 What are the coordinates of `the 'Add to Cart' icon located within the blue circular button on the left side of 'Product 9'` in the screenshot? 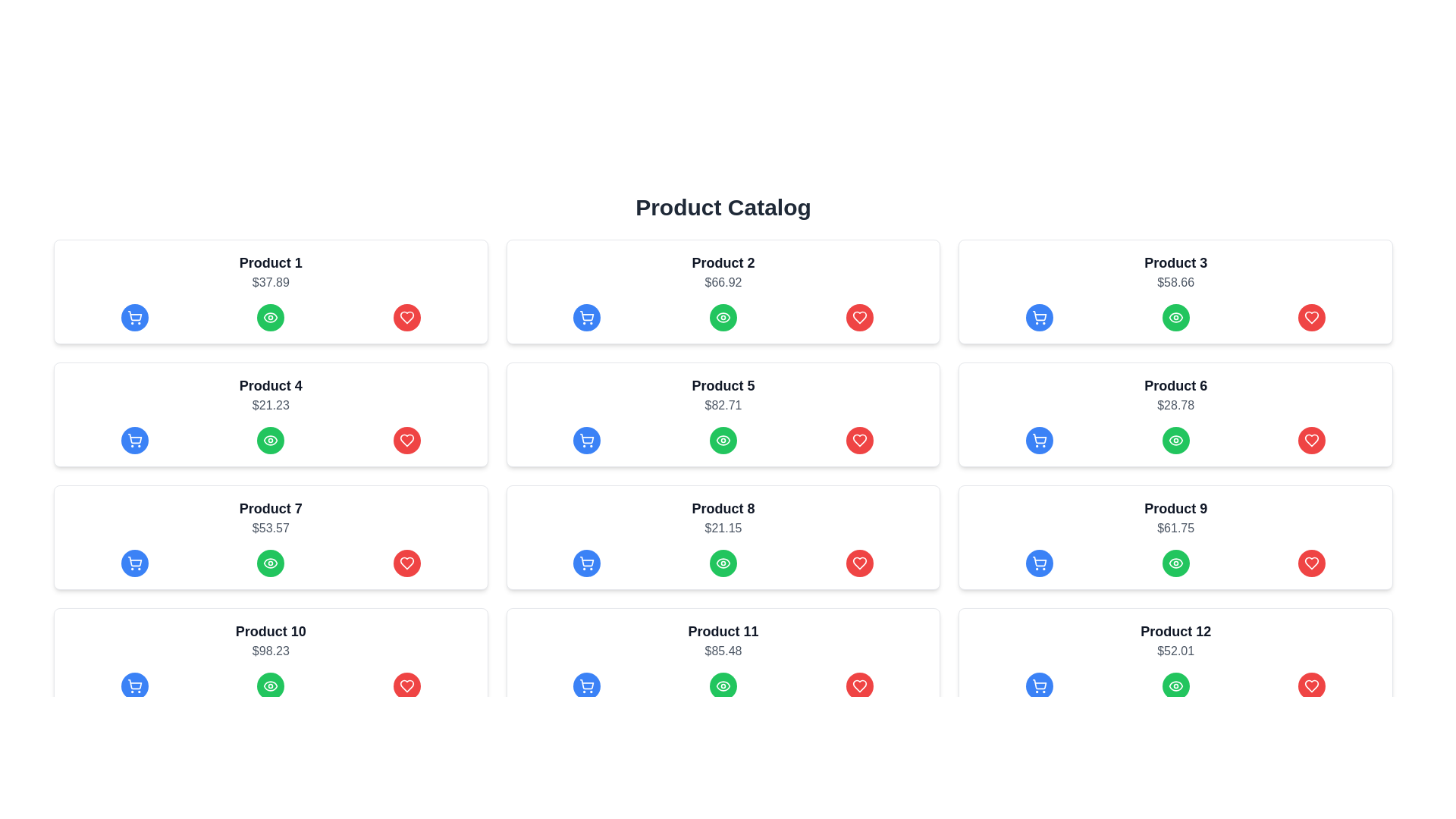 It's located at (1039, 563).